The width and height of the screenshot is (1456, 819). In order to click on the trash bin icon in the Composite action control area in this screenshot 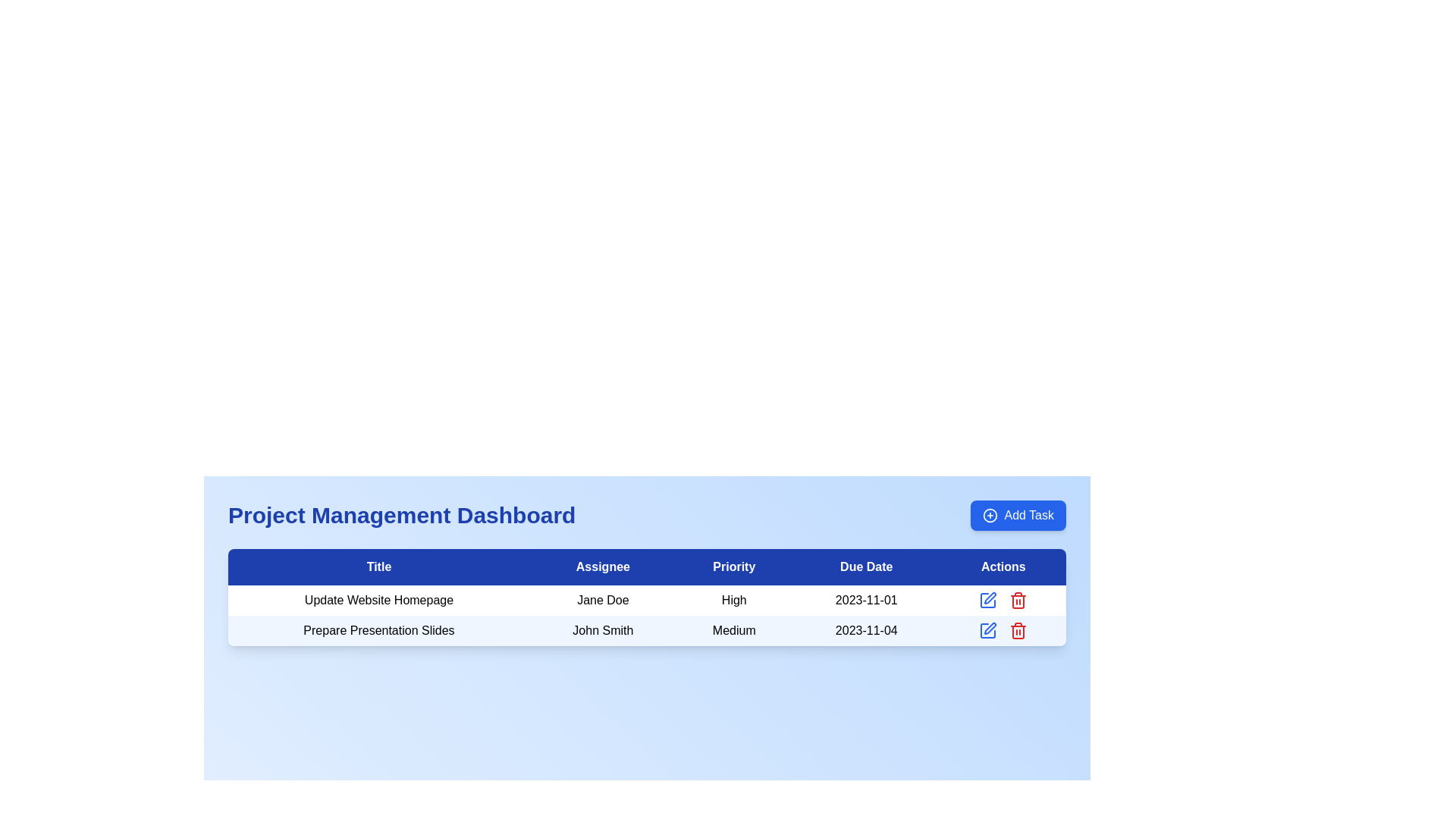, I will do `click(1003, 599)`.